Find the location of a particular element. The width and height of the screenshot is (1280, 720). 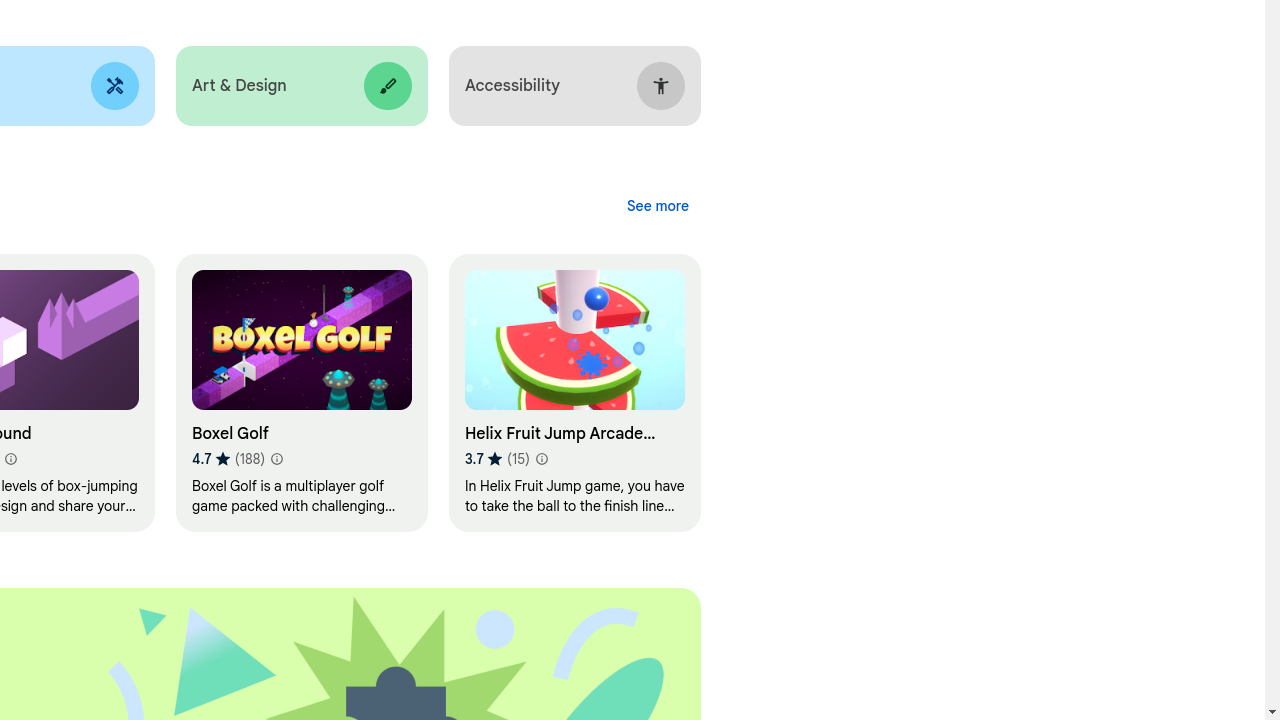

'Art & Design' is located at coordinates (300, 85).